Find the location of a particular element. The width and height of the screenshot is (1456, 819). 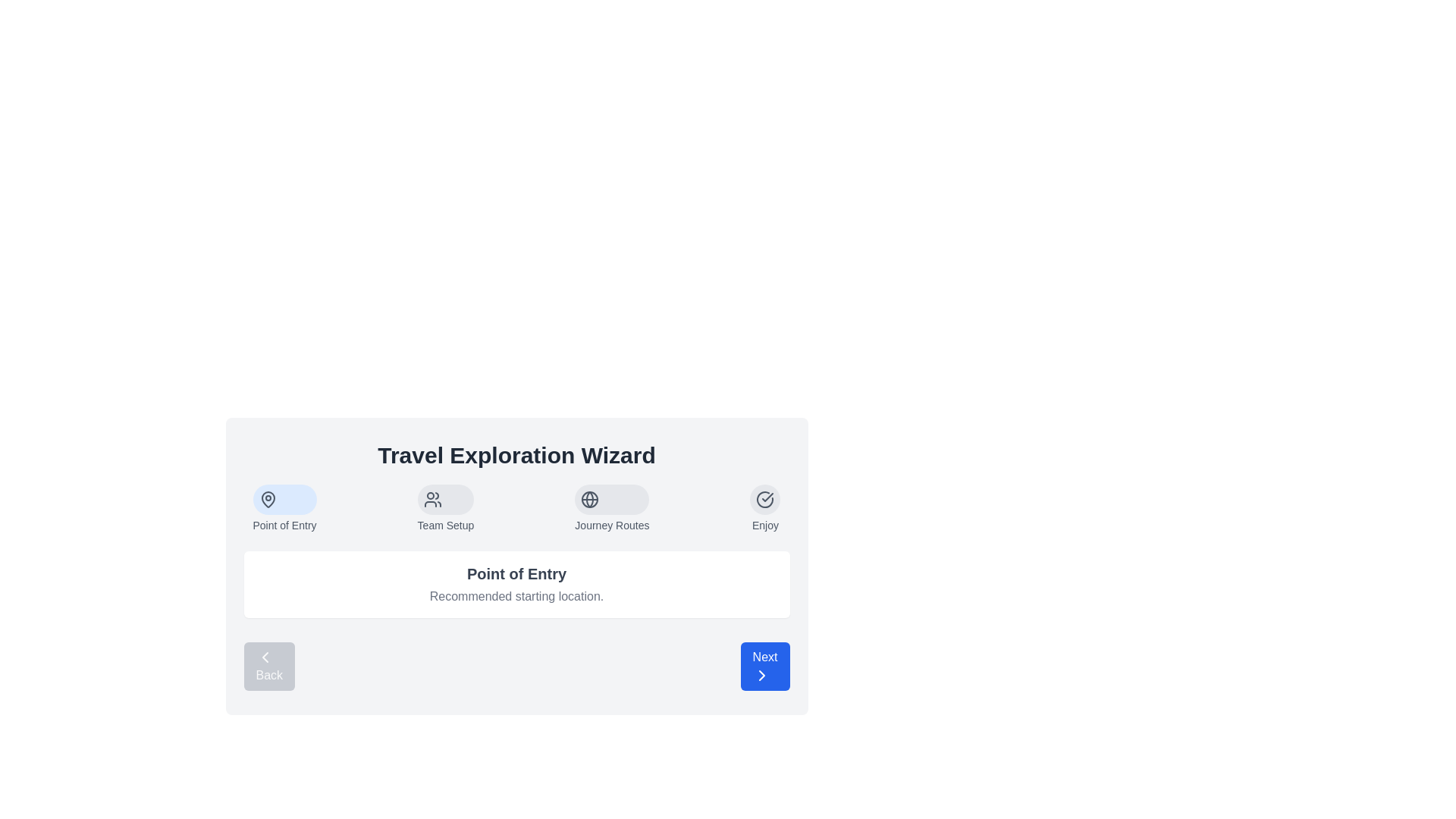

the circular icon with a checkmark and the text label 'Enjoy', located in the far-right section of the navigation menu as the fourth item after 'Journey Routes' is located at coordinates (765, 509).